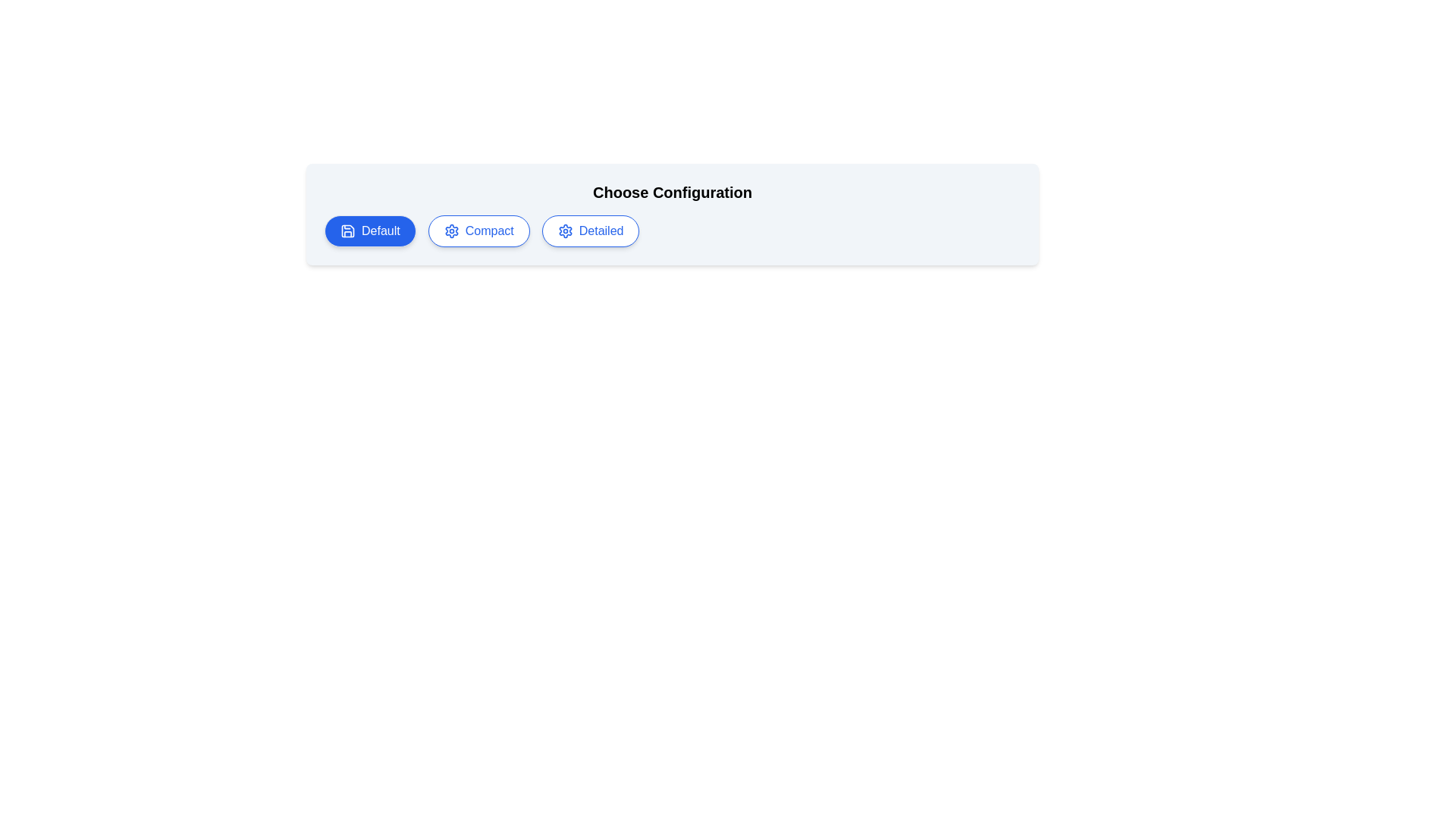 The image size is (1456, 819). I want to click on the configuration option Detailed by clicking on the corresponding button, so click(590, 231).